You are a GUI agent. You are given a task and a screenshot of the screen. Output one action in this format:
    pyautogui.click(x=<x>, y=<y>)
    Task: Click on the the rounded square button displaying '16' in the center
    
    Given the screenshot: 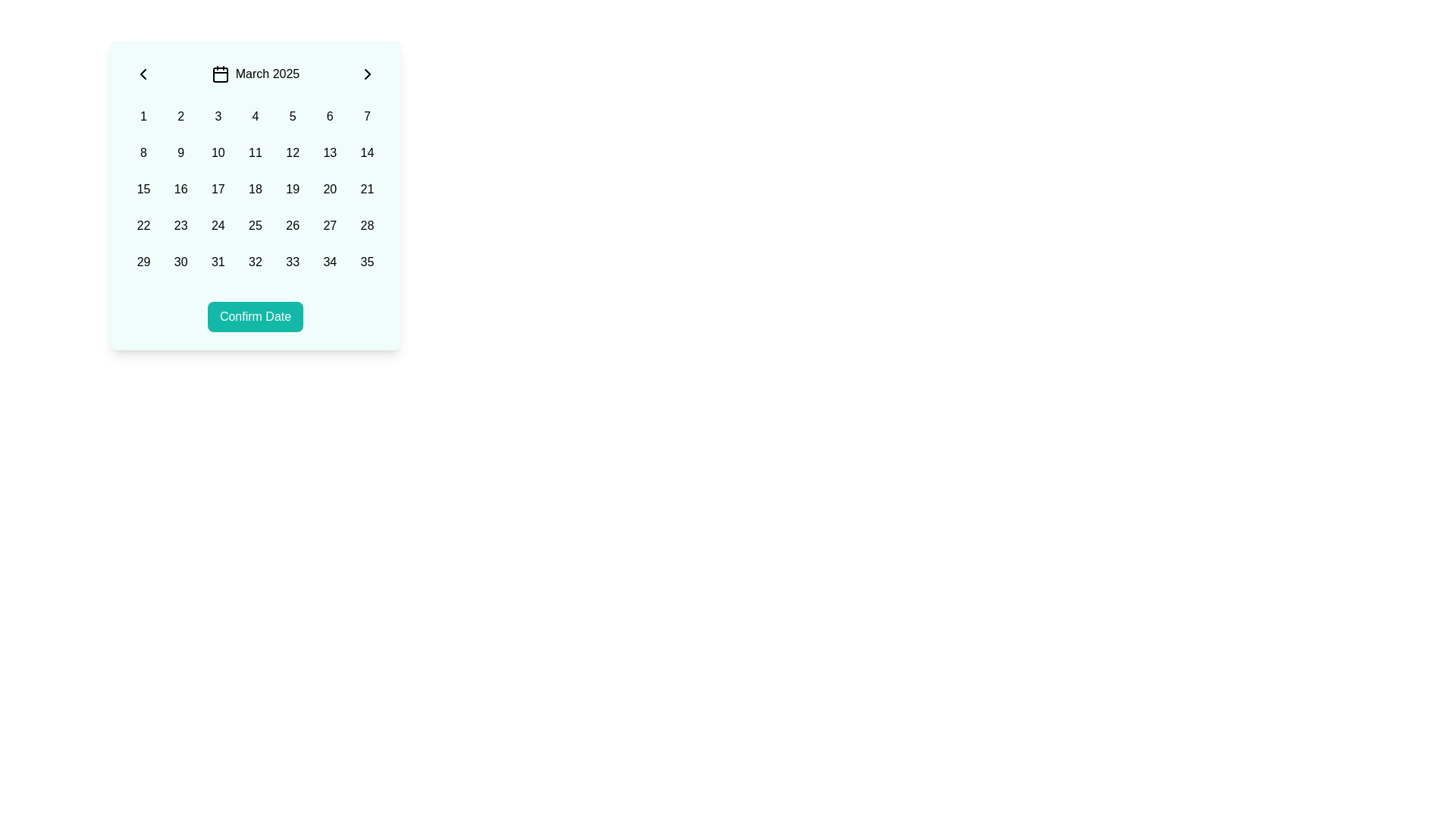 What is the action you would take?
    pyautogui.click(x=180, y=189)
    